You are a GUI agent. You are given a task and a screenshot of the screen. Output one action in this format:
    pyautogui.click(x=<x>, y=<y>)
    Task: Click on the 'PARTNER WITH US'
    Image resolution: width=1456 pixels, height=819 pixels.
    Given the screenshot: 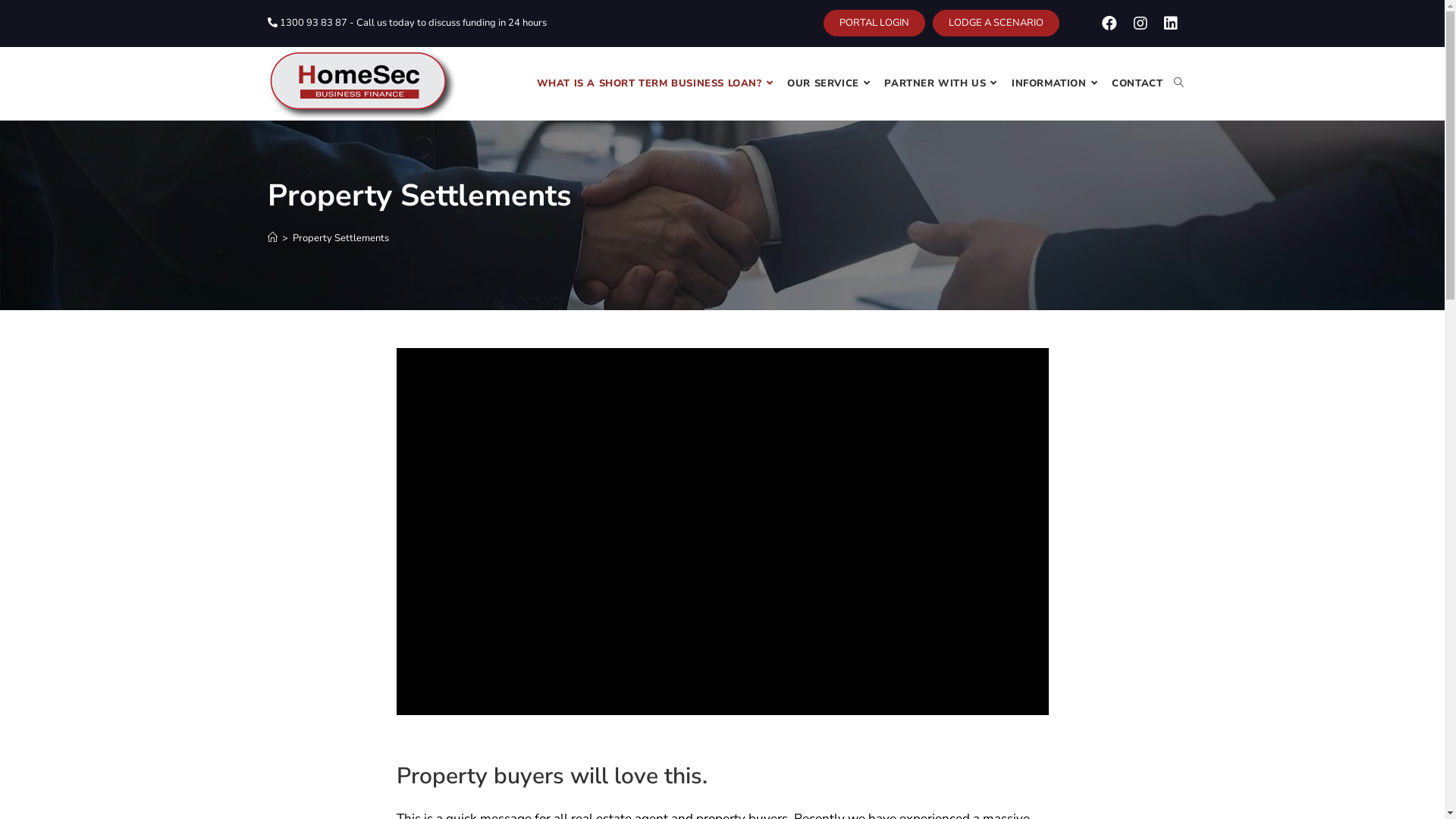 What is the action you would take?
    pyautogui.click(x=942, y=83)
    